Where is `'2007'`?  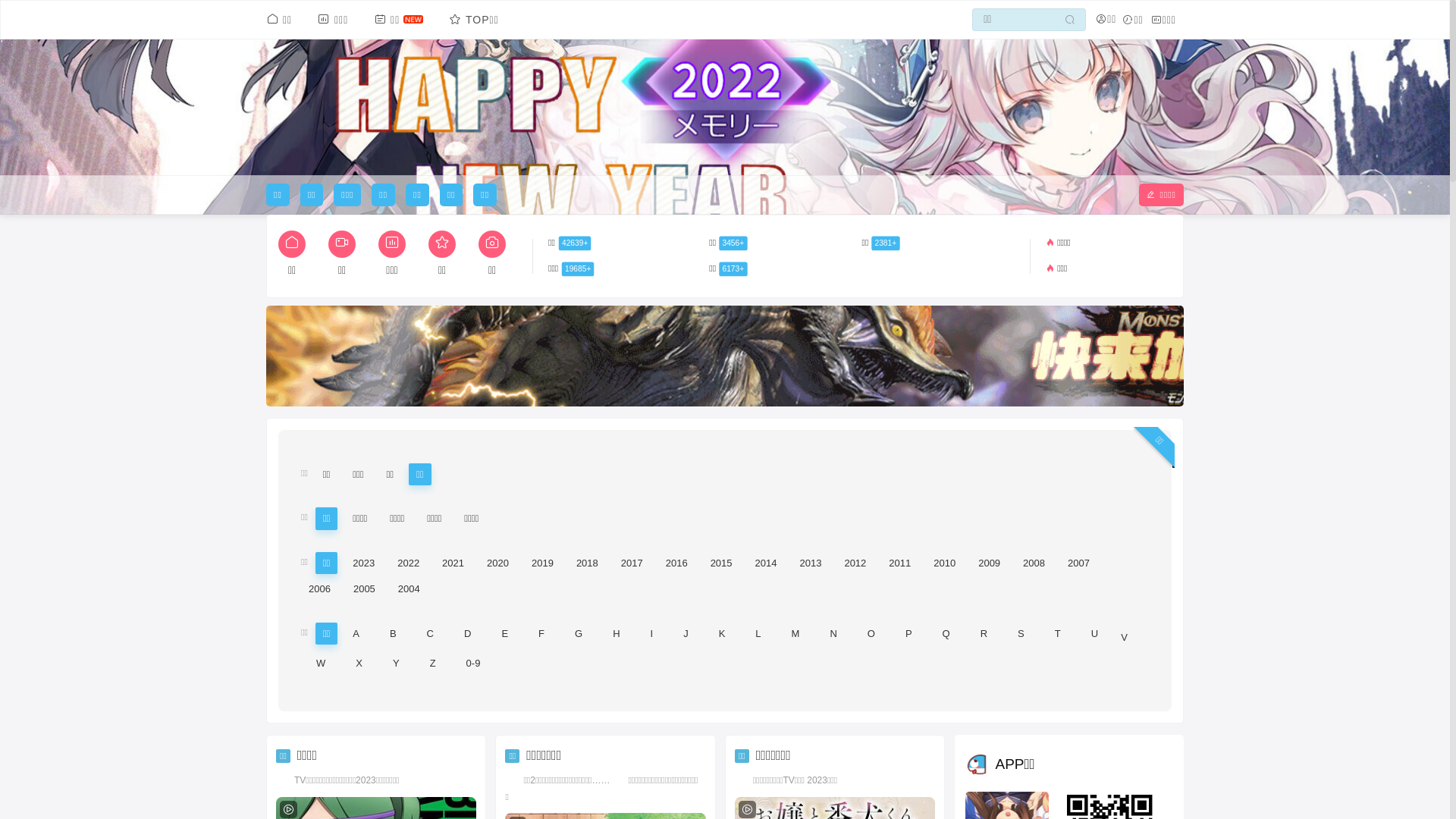
'2007' is located at coordinates (1059, 563).